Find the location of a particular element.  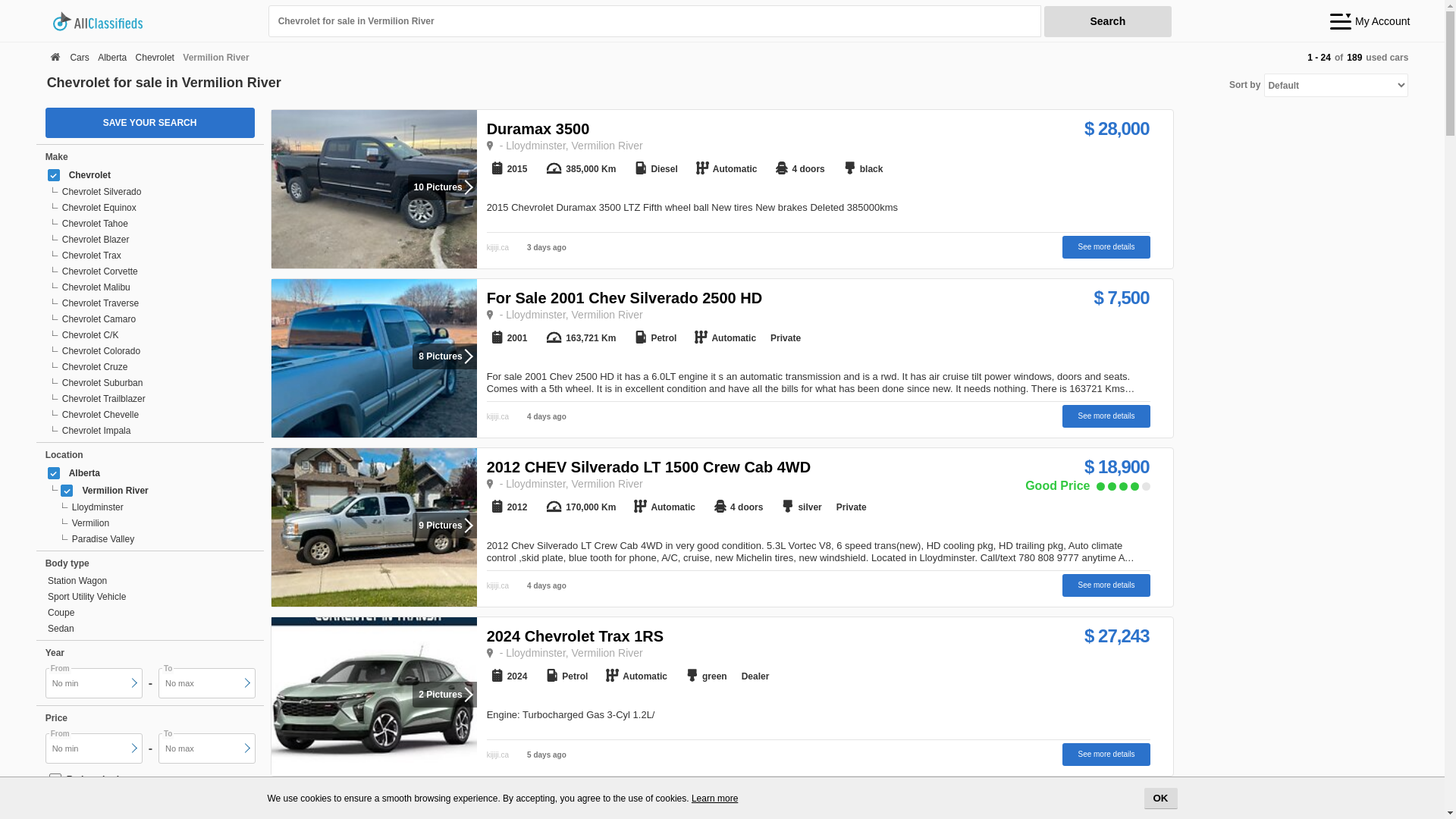

'allclassifieds.ca' is located at coordinates (155, 20).